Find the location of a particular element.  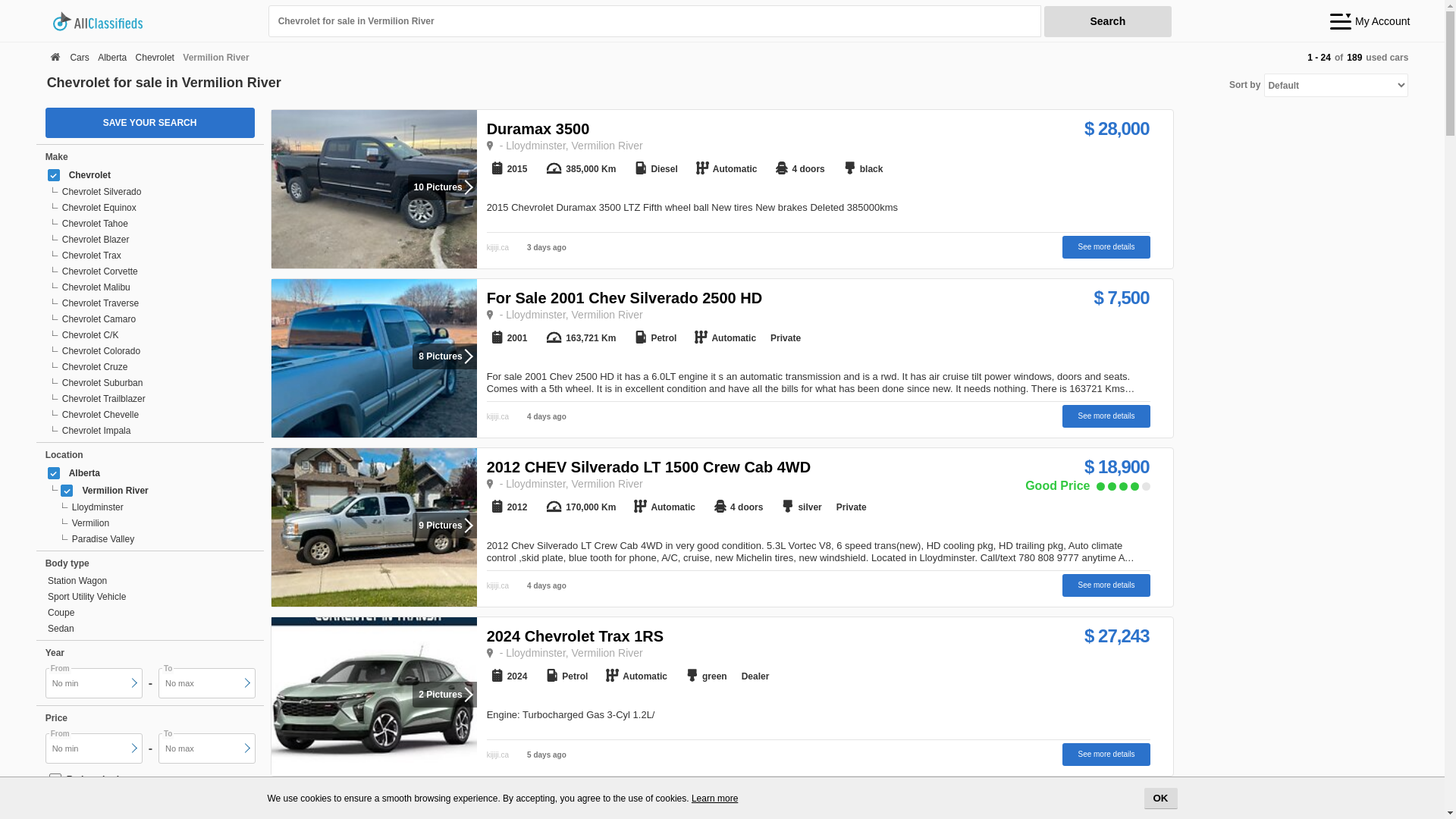

'allclassifieds.ca' is located at coordinates (155, 20).